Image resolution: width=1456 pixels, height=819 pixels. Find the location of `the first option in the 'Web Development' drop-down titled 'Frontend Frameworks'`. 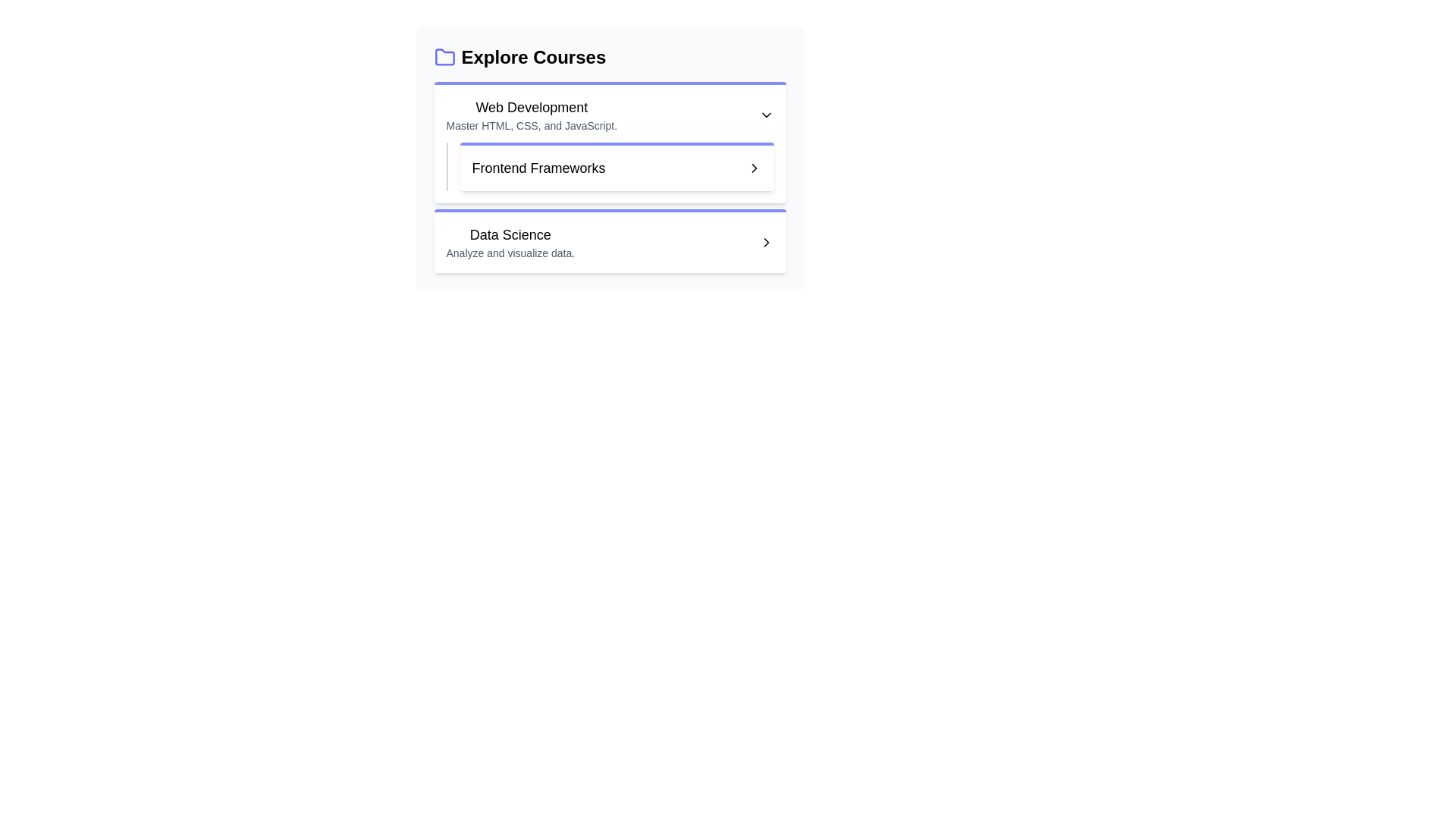

the first option in the 'Web Development' drop-down titled 'Frontend Frameworks' is located at coordinates (617, 168).